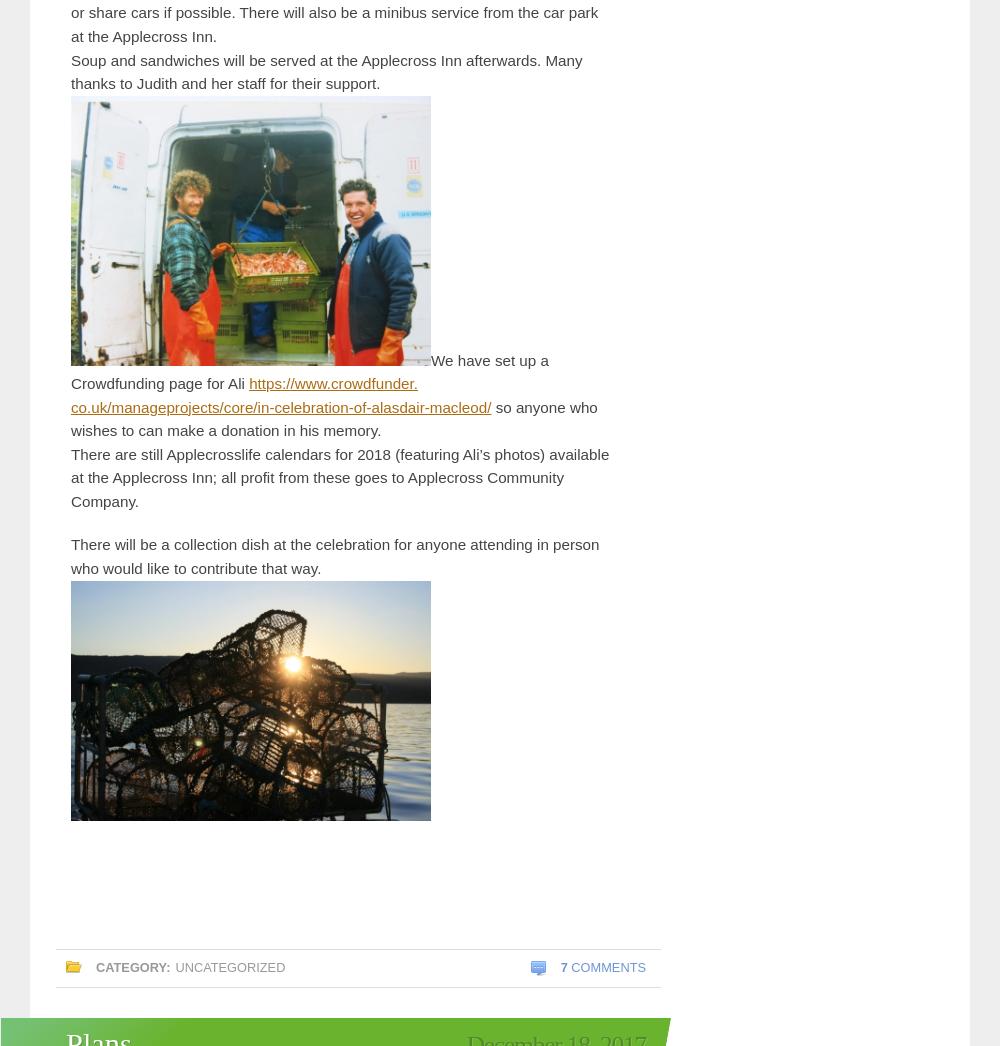 This screenshot has width=1000, height=1046. Describe the element at coordinates (229, 966) in the screenshot. I see `'Uncategorized'` at that location.